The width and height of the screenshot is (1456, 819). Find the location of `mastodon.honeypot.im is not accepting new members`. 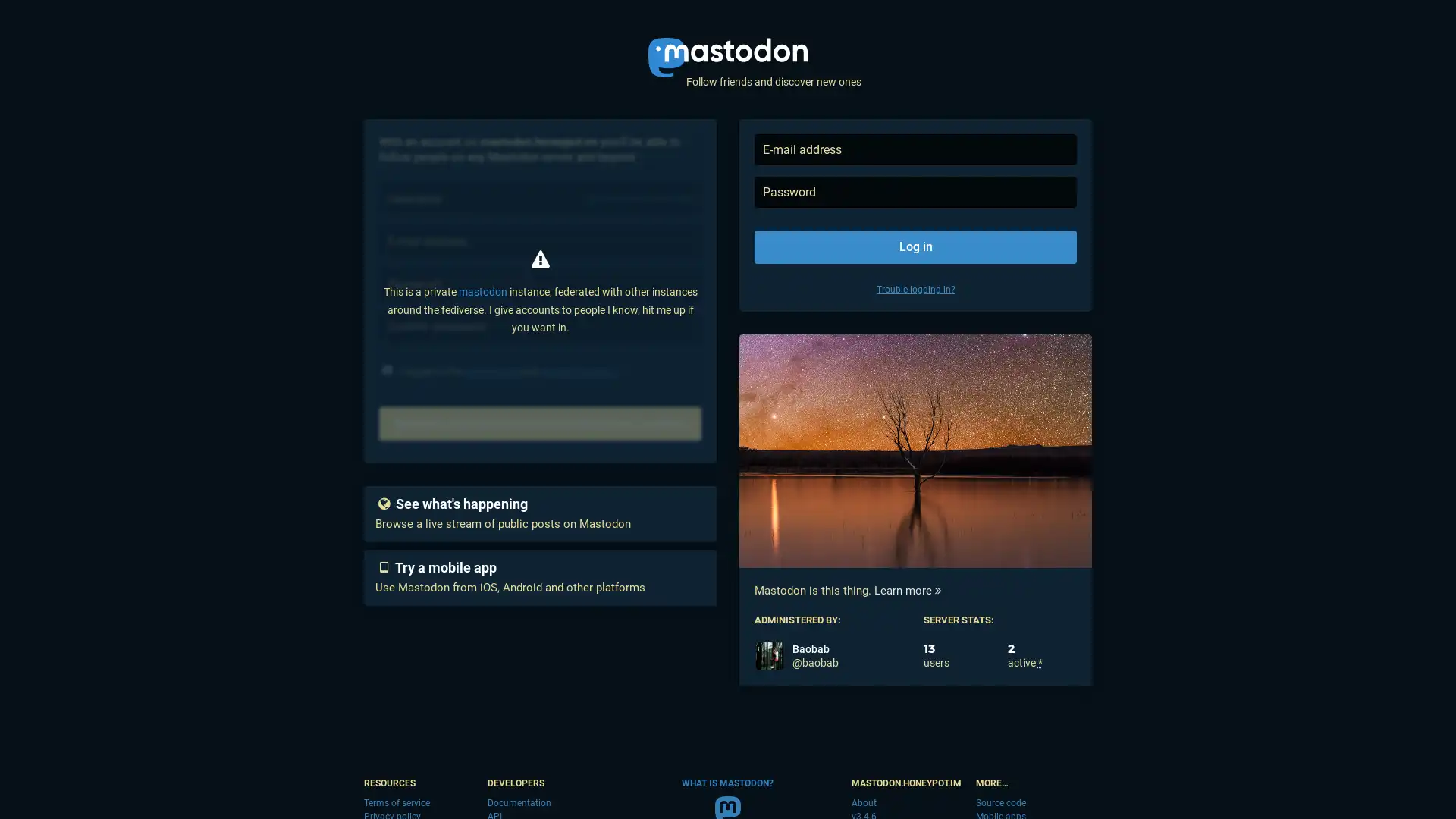

mastodon.honeypot.im is not accepting new members is located at coordinates (540, 424).